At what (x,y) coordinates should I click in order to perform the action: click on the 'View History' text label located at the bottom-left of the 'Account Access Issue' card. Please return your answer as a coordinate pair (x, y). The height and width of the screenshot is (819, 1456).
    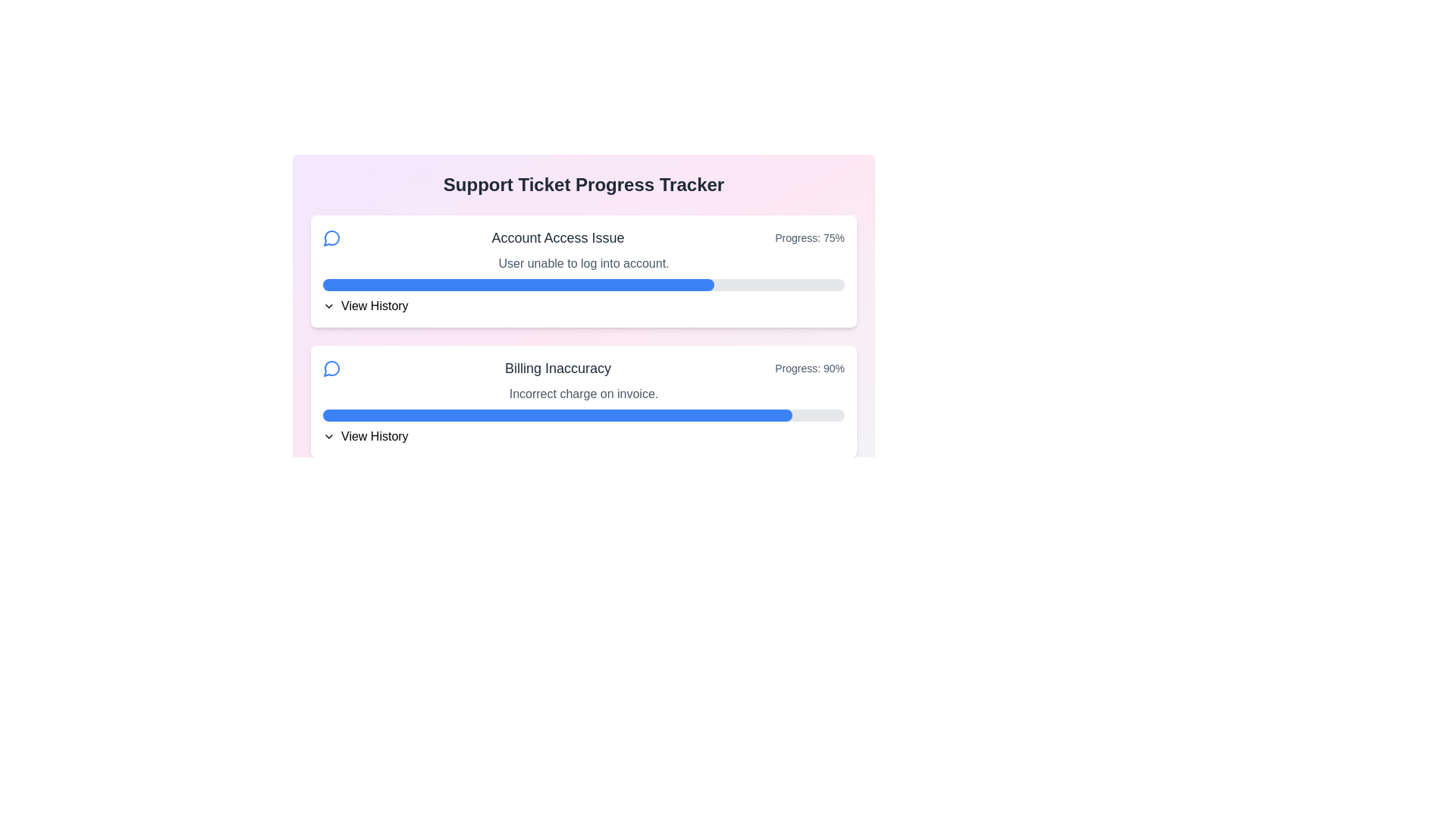
    Looking at the image, I should click on (375, 306).